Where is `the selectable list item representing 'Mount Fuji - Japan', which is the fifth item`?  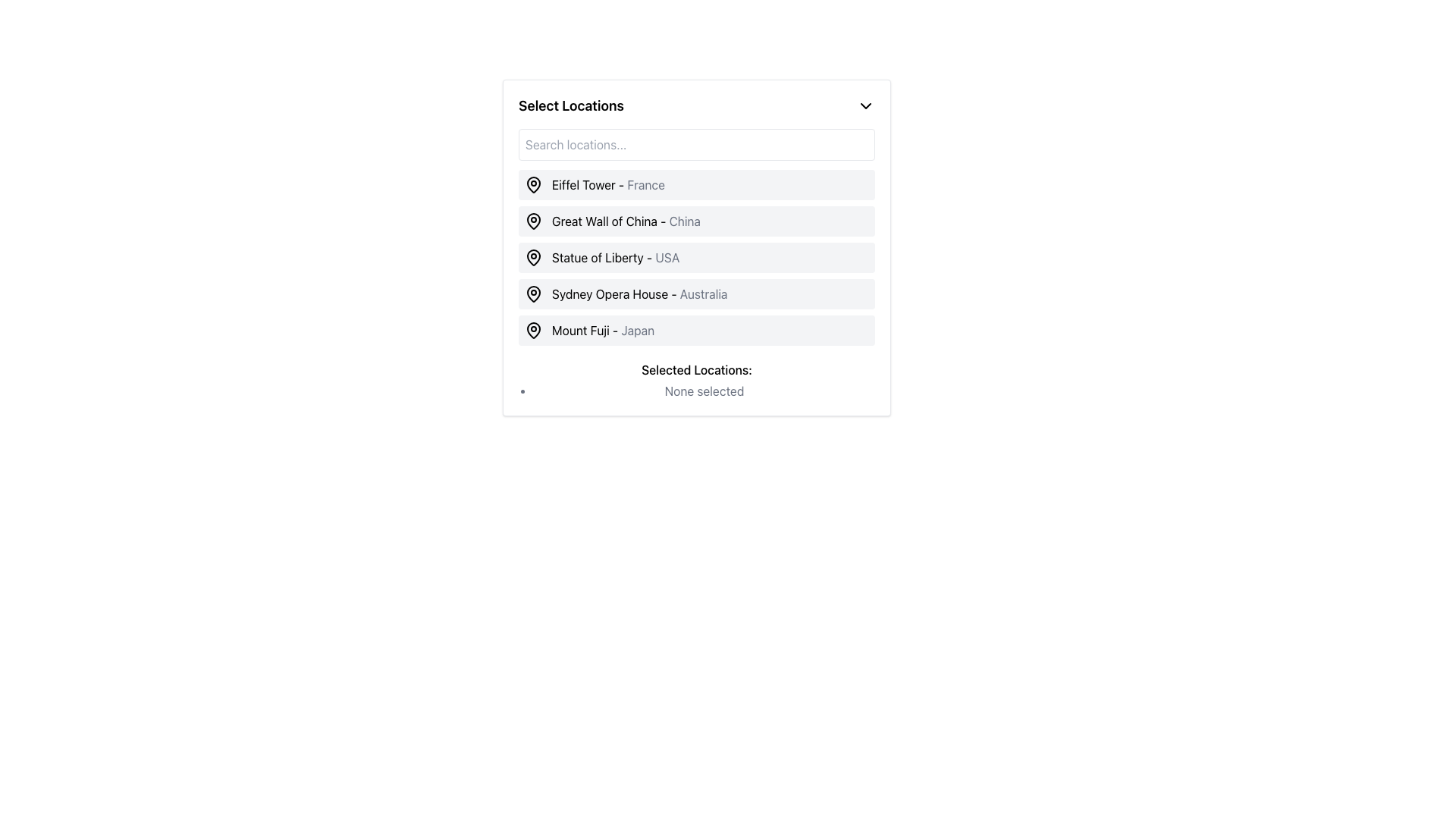 the selectable list item representing 'Mount Fuji - Japan', which is the fifth item is located at coordinates (695, 329).